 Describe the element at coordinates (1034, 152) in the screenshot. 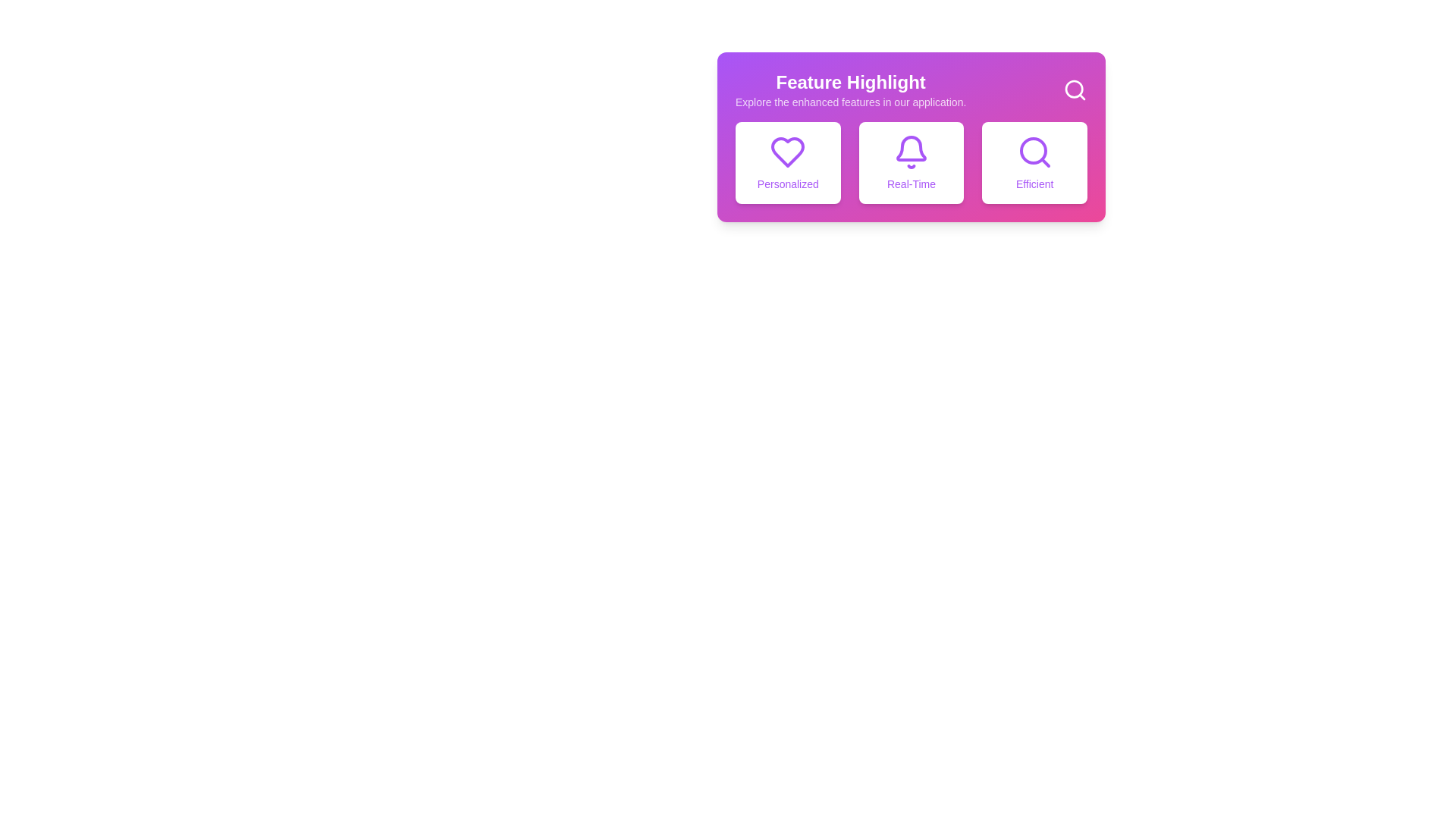

I see `the magnifying glass icon located within the 'Efficient' card, which is the rightmost card under the 'Feature Highlight' title` at that location.